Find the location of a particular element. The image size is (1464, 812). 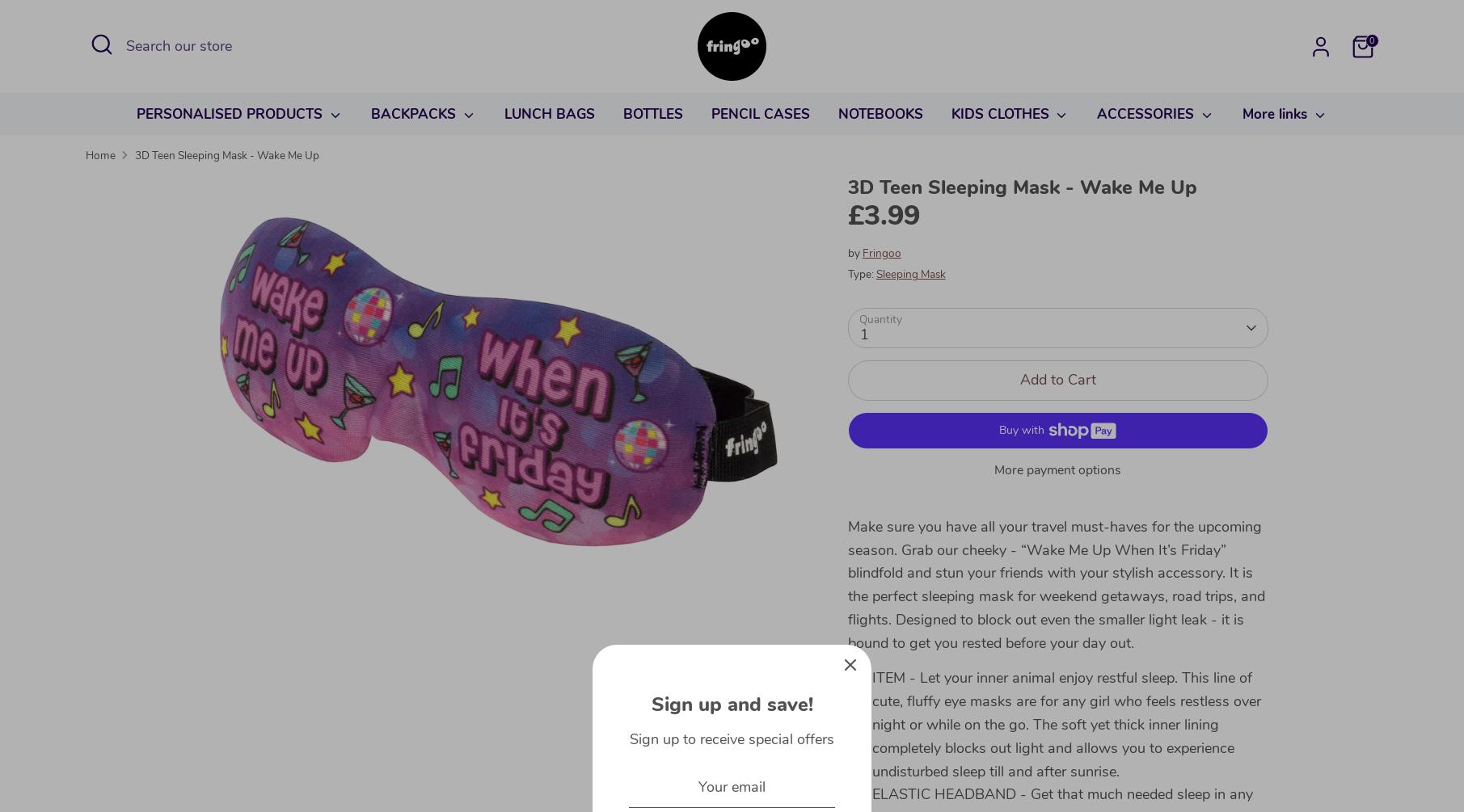

'BACKPACKS' is located at coordinates (370, 114).